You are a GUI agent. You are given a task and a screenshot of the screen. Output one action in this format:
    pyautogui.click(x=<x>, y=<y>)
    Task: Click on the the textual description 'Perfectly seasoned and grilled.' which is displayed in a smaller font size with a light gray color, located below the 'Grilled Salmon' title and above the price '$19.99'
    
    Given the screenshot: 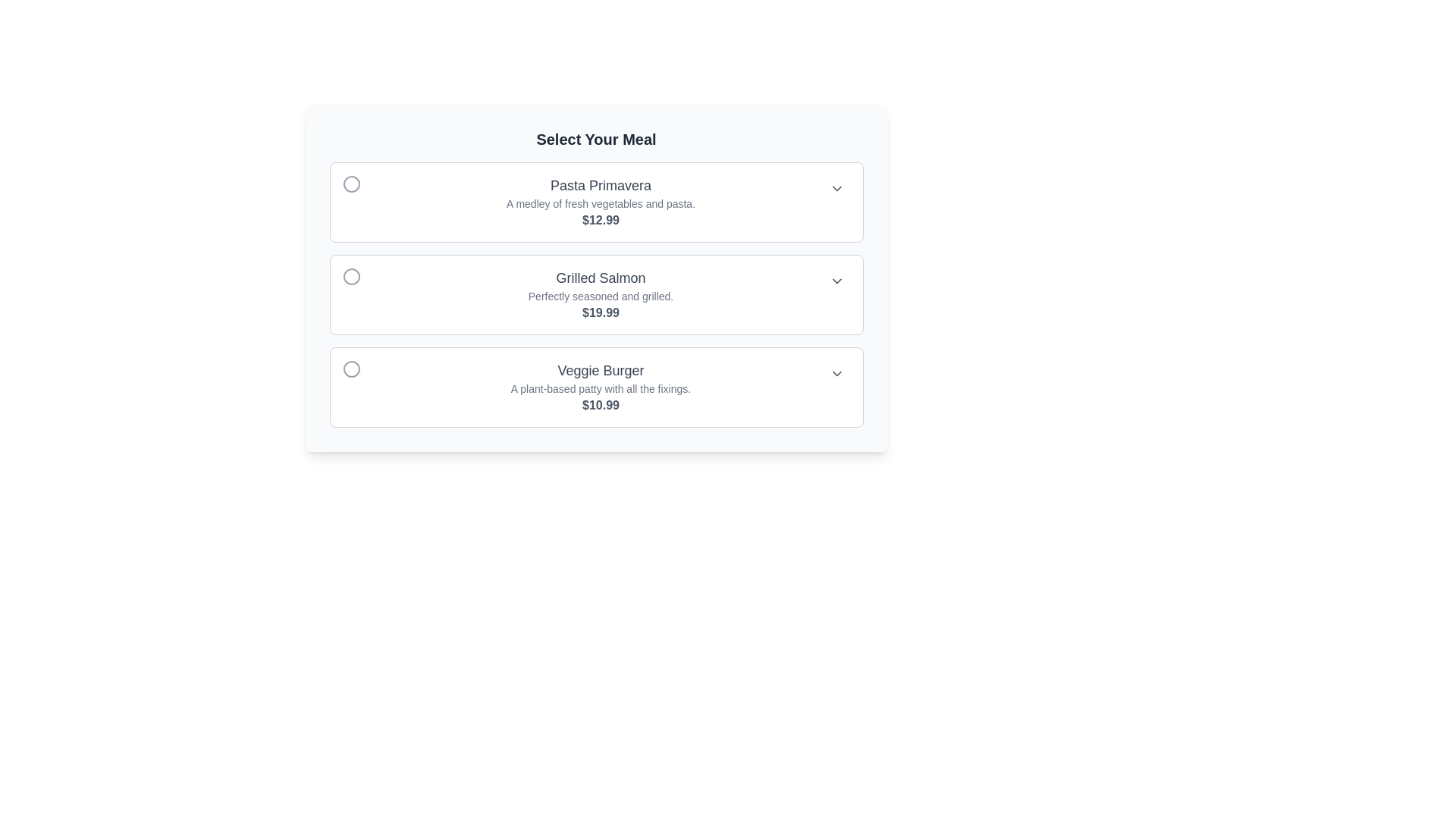 What is the action you would take?
    pyautogui.click(x=600, y=296)
    